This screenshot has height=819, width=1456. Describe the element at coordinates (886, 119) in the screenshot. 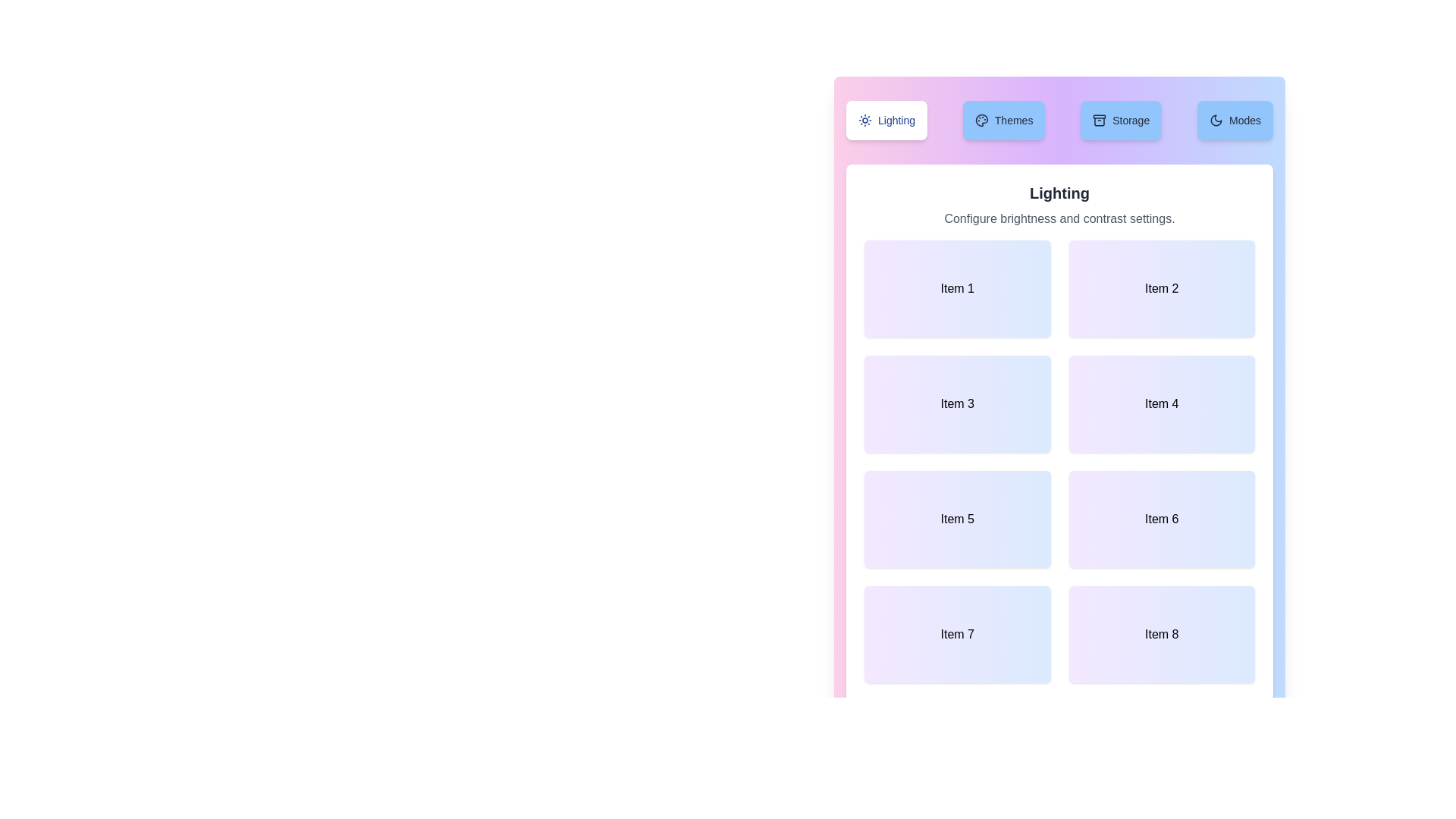

I see `the tab labeled Lighting` at that location.